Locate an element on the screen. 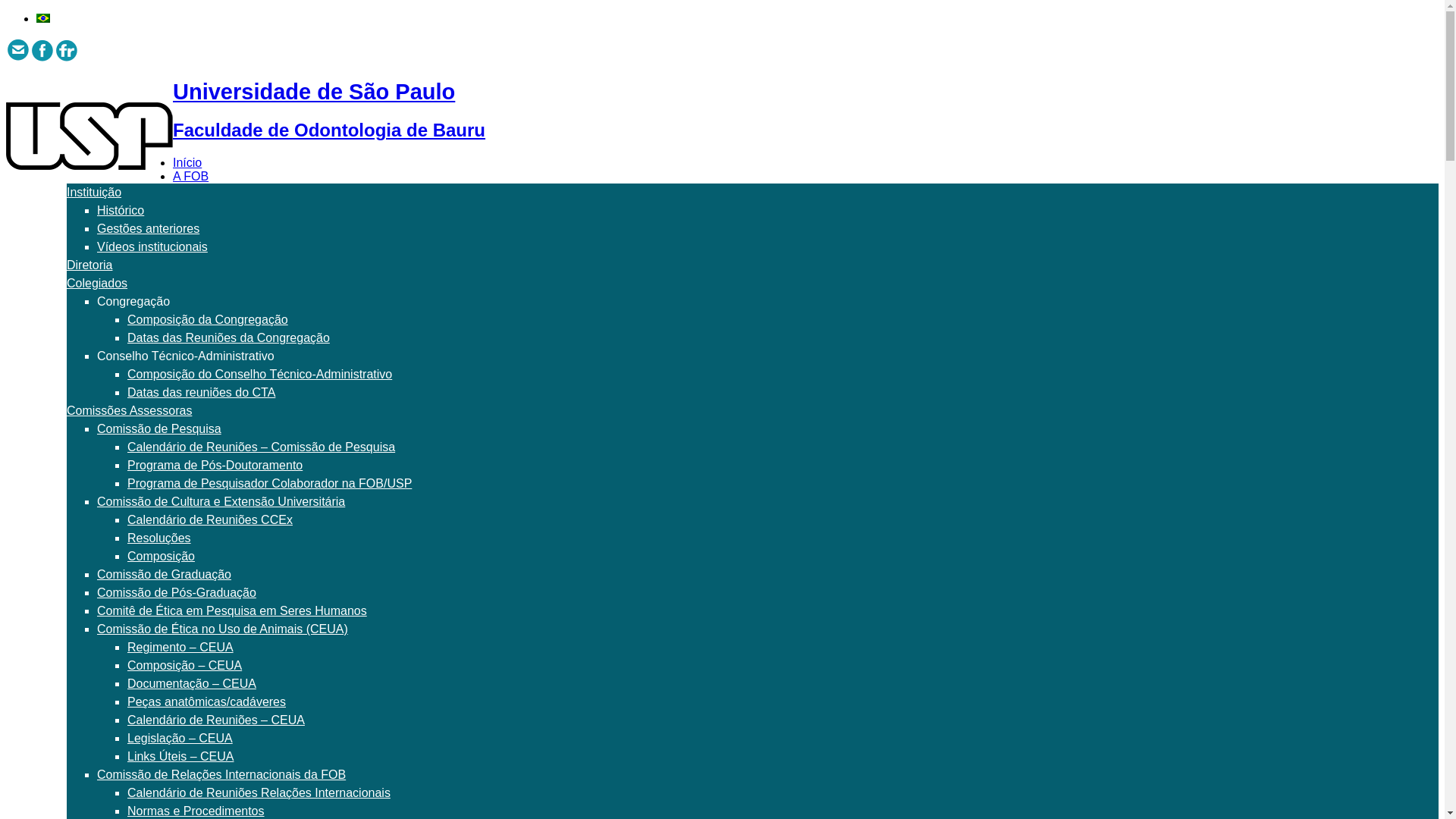 The image size is (1456, 819). 'Flickr' is located at coordinates (65, 49).